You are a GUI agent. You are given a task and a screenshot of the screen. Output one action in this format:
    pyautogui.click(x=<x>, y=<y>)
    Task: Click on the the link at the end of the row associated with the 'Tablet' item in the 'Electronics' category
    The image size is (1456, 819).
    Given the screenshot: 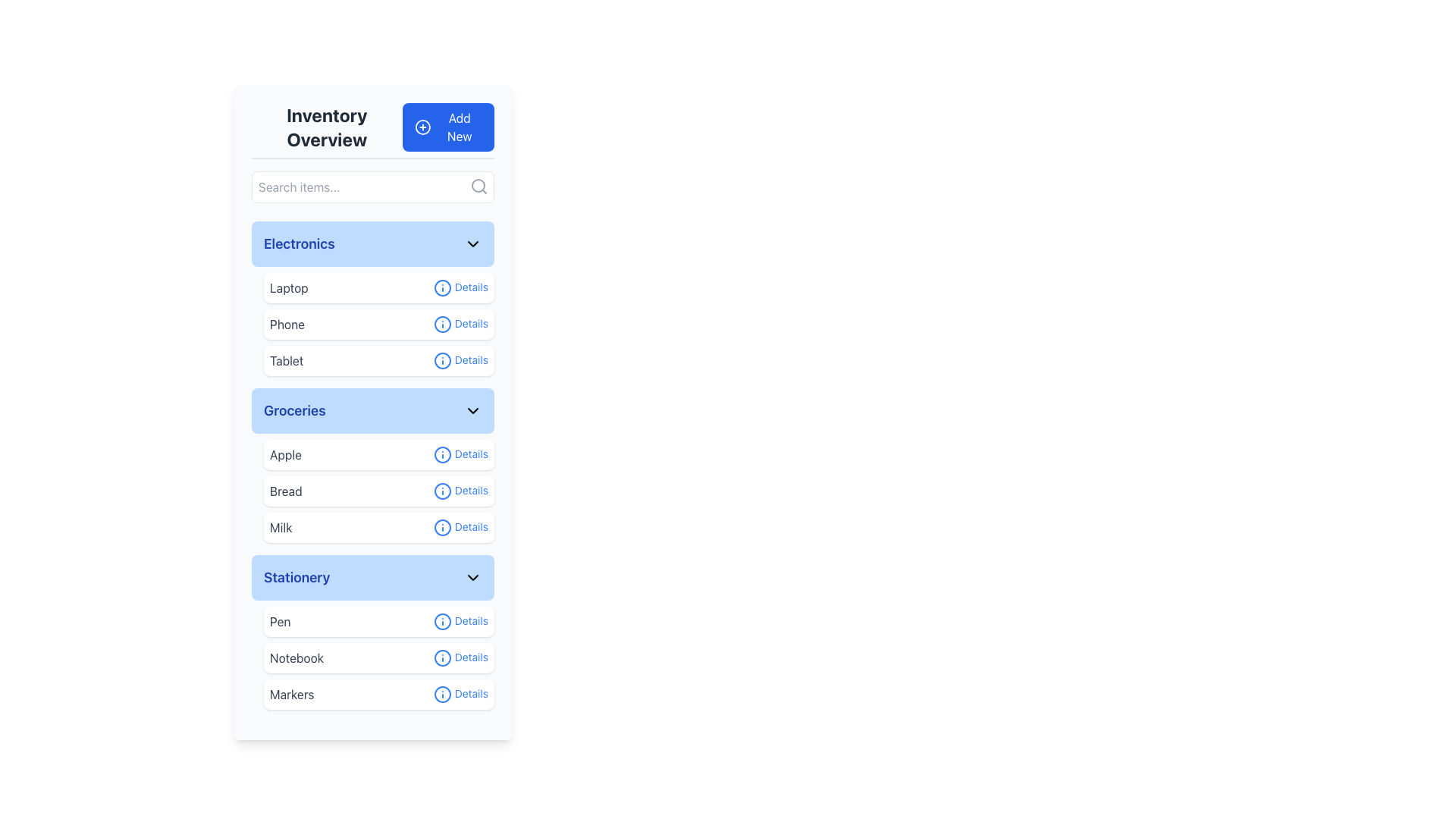 What is the action you would take?
    pyautogui.click(x=460, y=360)
    